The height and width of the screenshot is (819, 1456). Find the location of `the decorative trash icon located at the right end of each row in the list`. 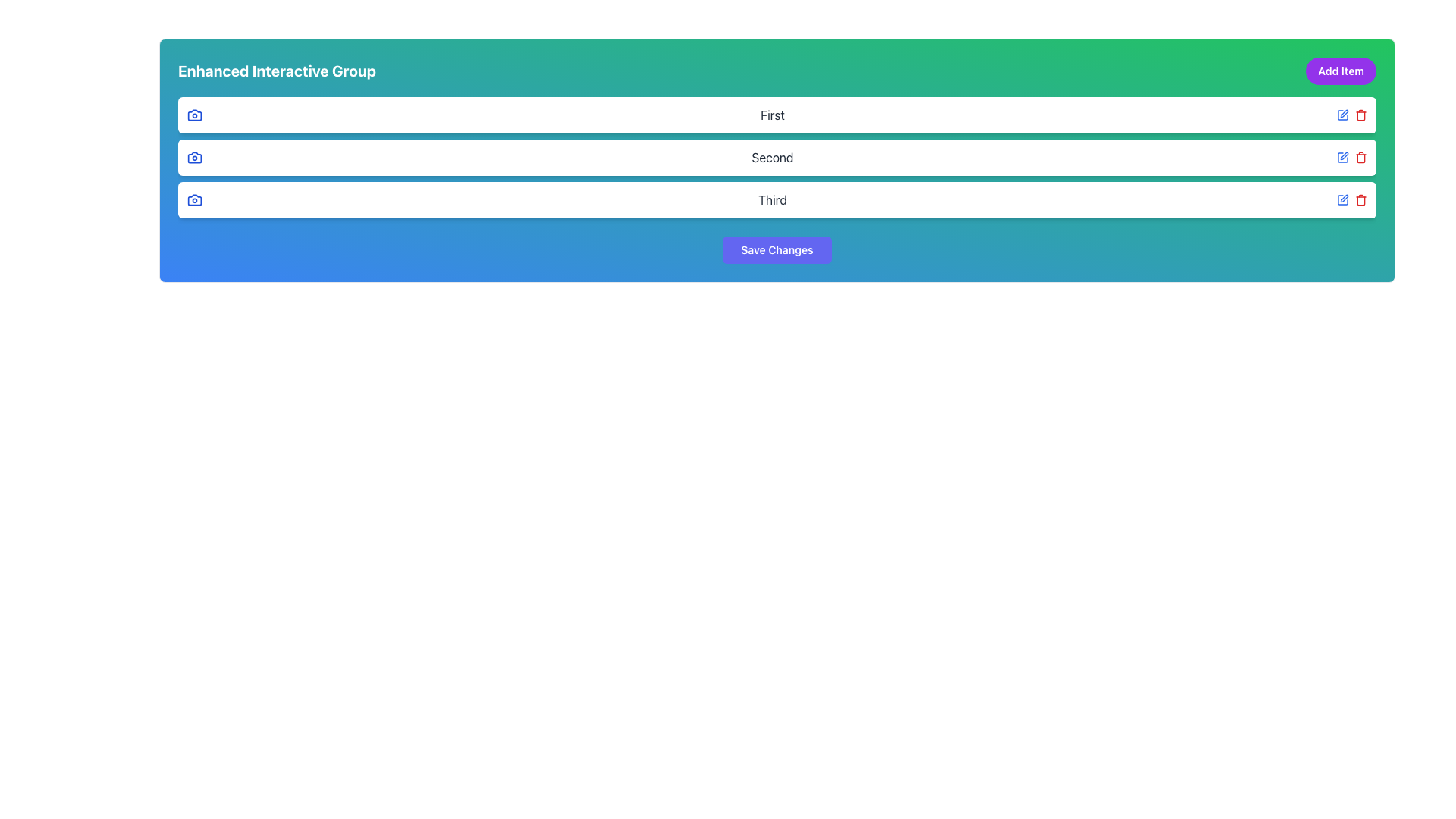

the decorative trash icon located at the right end of each row in the list is located at coordinates (1361, 158).